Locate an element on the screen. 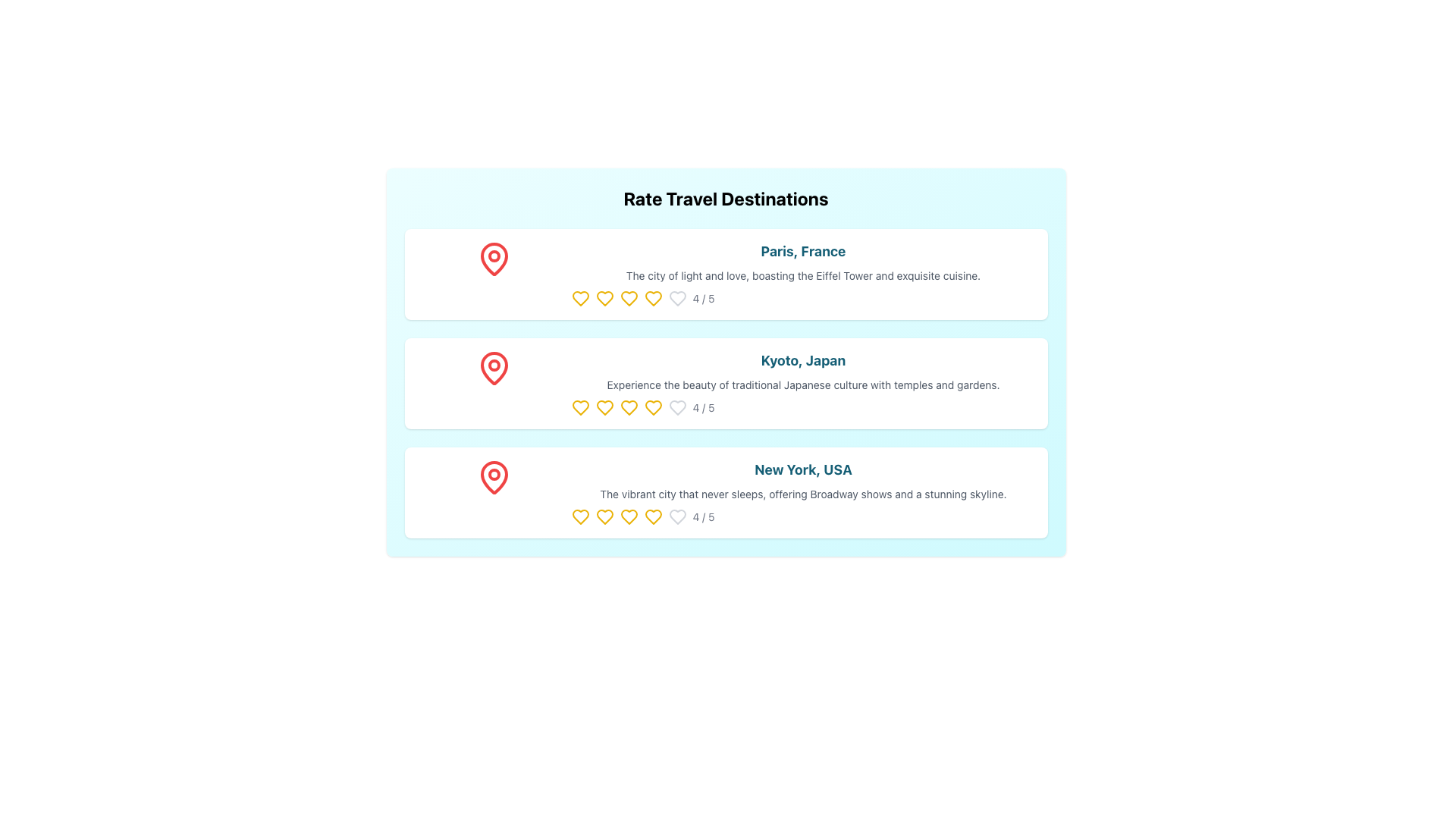 The width and height of the screenshot is (1456, 819). the heart-shaped rating icon with a golden yellow outline for the 'New York, USA' destination card is located at coordinates (579, 516).